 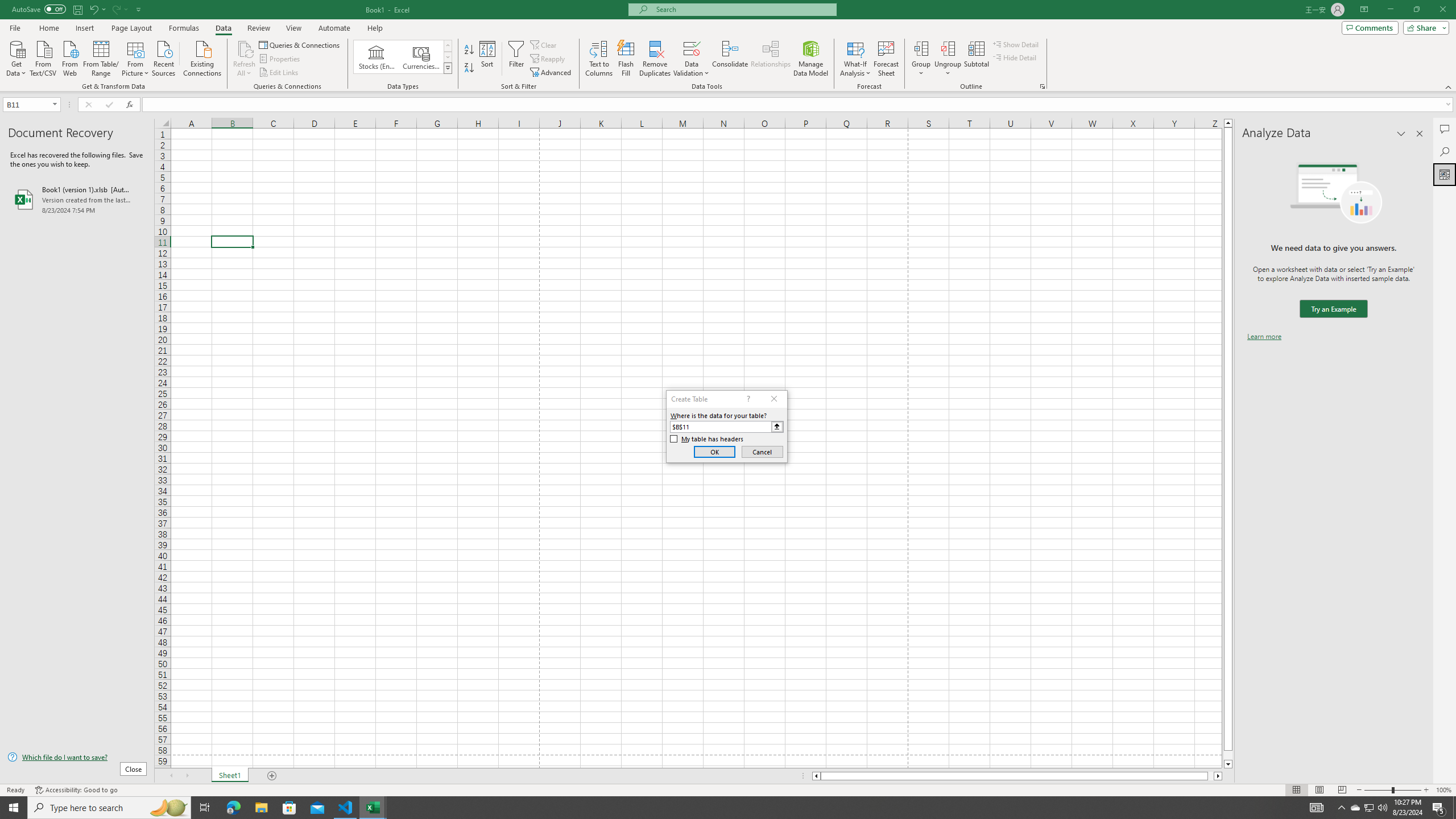 What do you see at coordinates (448, 45) in the screenshot?
I see `'Row up'` at bounding box center [448, 45].